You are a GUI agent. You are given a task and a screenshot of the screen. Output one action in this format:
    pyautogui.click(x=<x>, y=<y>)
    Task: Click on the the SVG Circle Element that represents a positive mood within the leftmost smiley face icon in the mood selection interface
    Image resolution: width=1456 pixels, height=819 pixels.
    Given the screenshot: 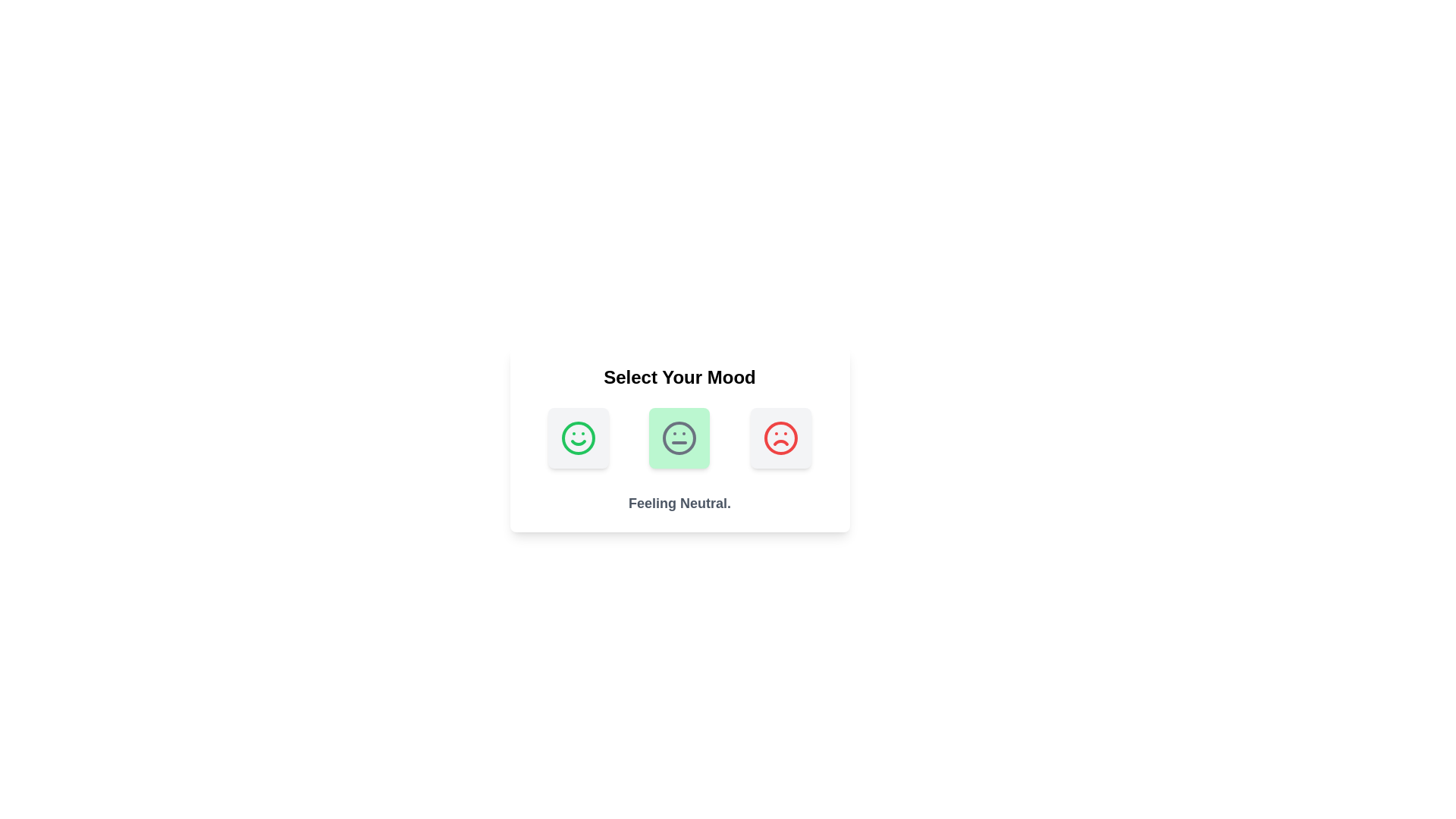 What is the action you would take?
    pyautogui.click(x=578, y=438)
    